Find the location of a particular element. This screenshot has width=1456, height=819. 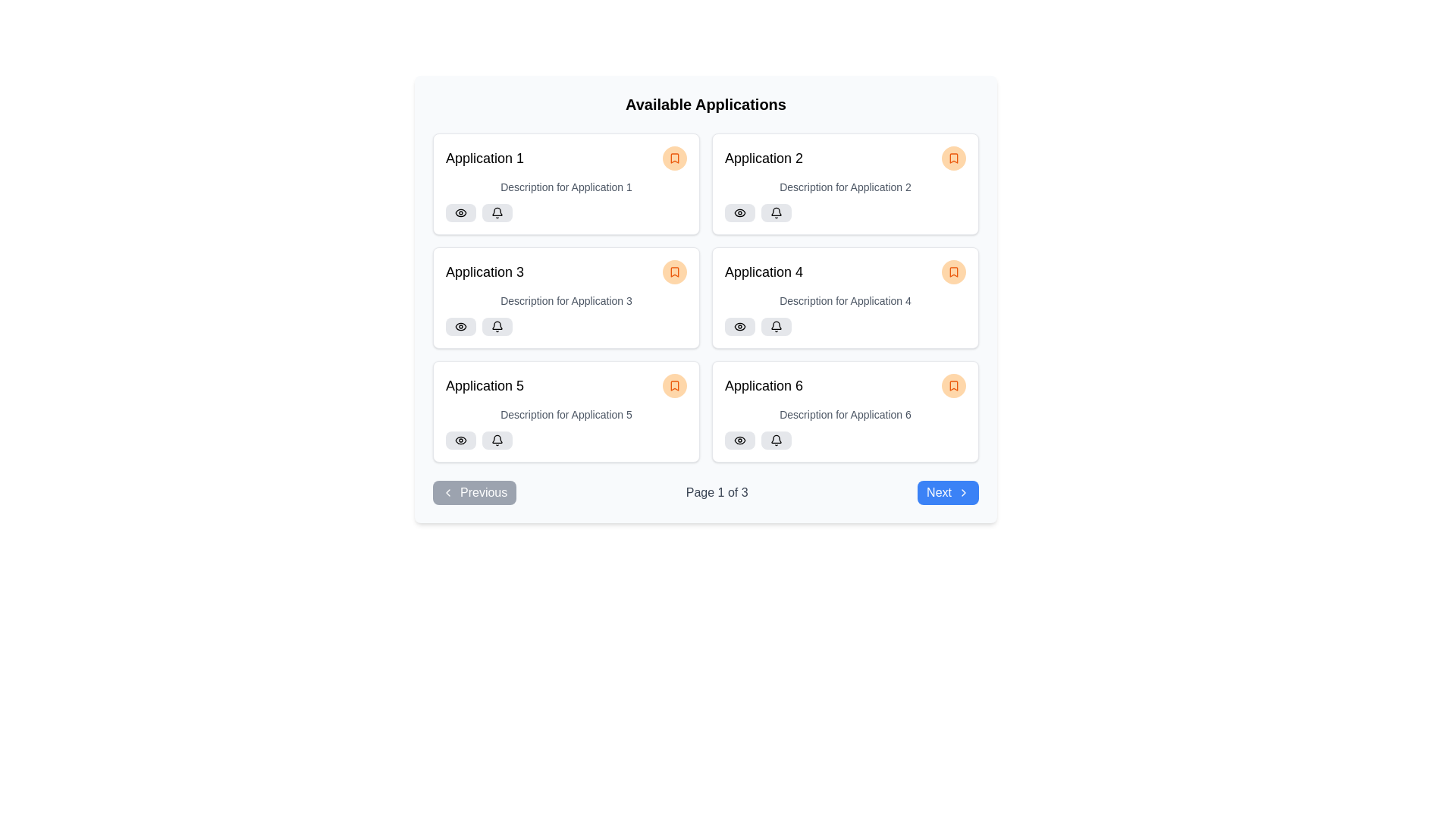

the visibility toggle button located in the bottom-right corner of the 'Application 6' card is located at coordinates (739, 441).